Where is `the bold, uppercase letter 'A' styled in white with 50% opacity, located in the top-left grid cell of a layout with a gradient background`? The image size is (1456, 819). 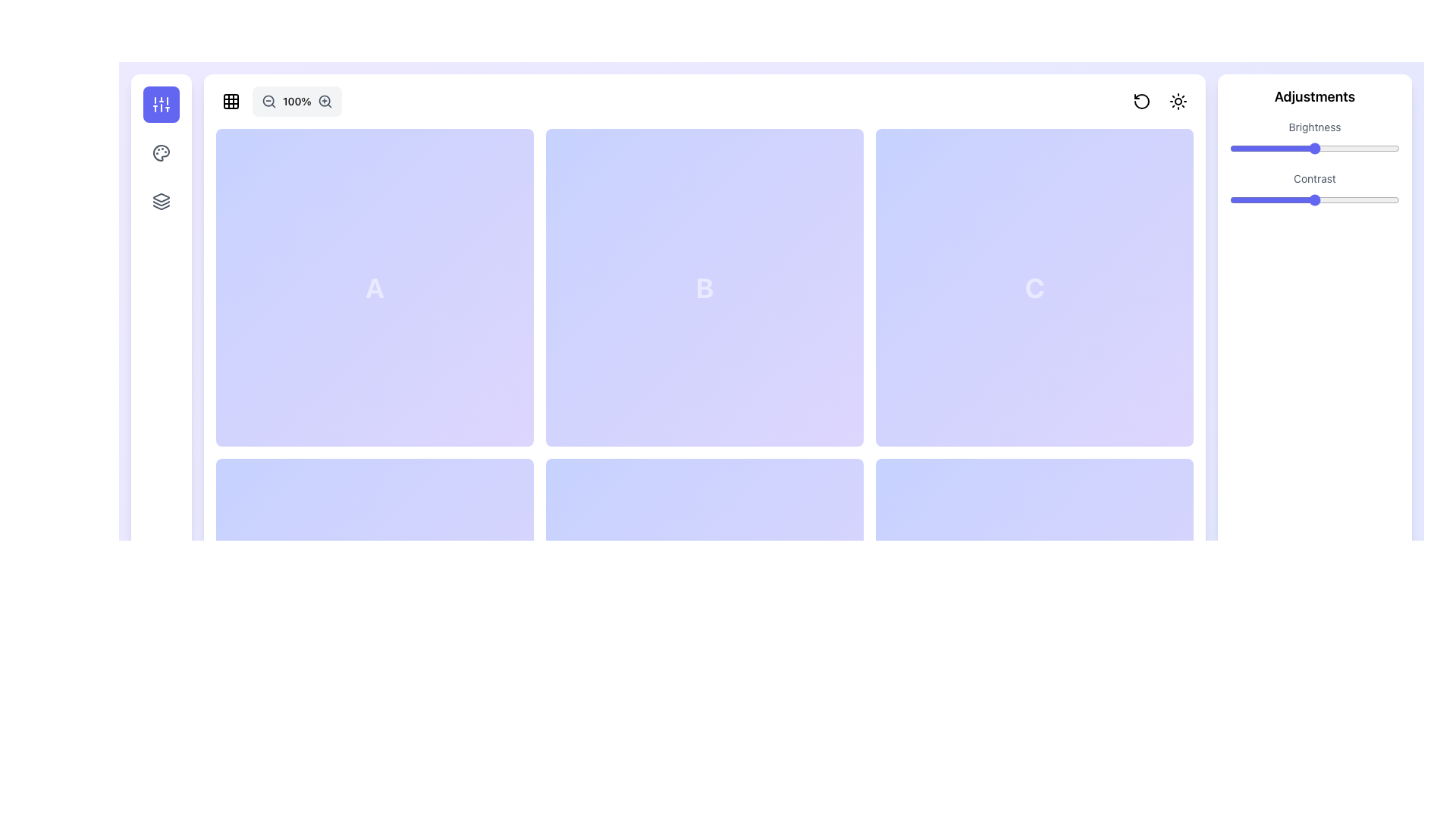
the bold, uppercase letter 'A' styled in white with 50% opacity, located in the top-left grid cell of a layout with a gradient background is located at coordinates (375, 287).